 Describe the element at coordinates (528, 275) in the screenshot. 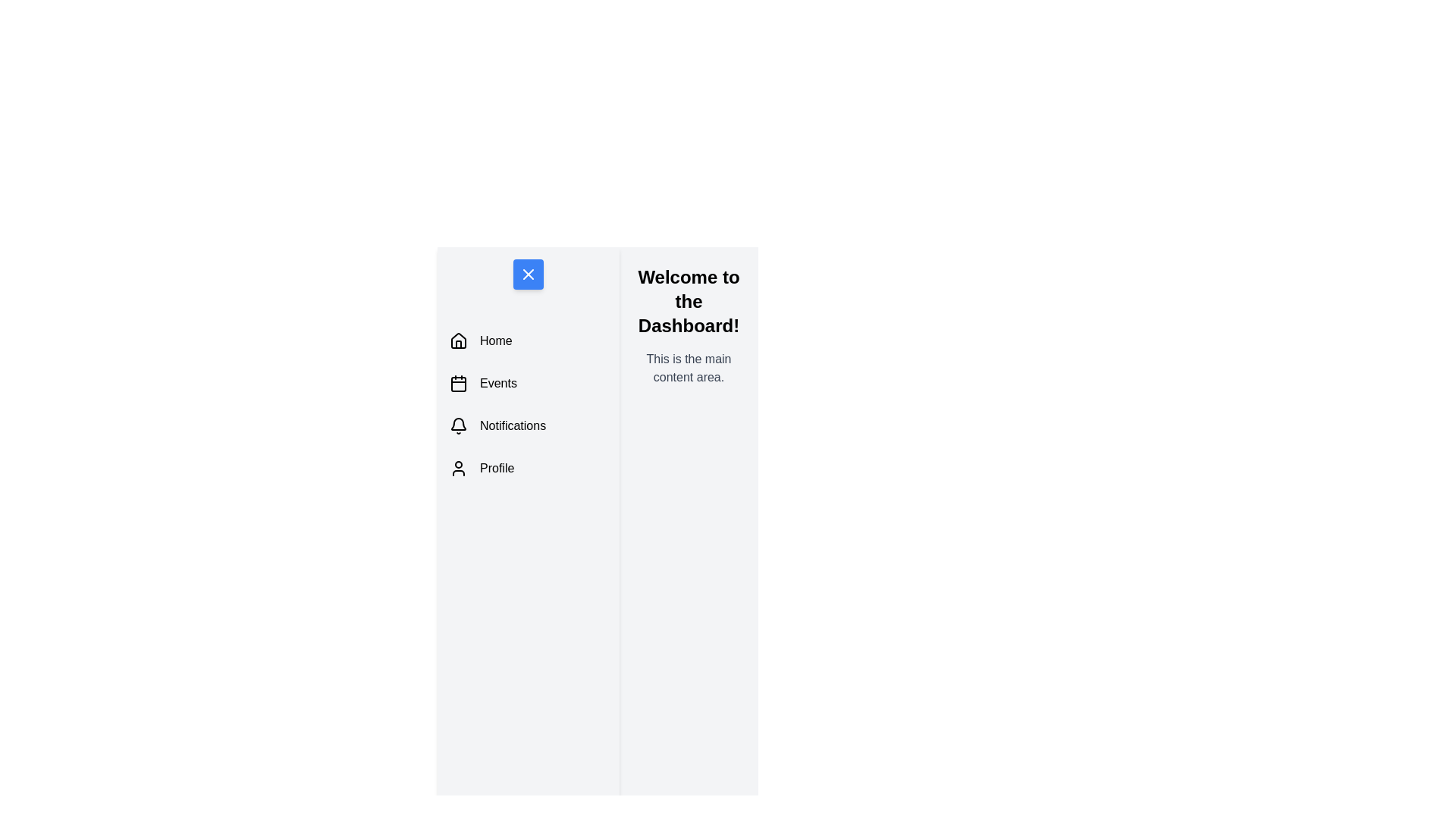

I see `the blue circular button containing the 'X' icon, which is centrally located within the button and easily distinguishable from adjacent menu items` at that location.